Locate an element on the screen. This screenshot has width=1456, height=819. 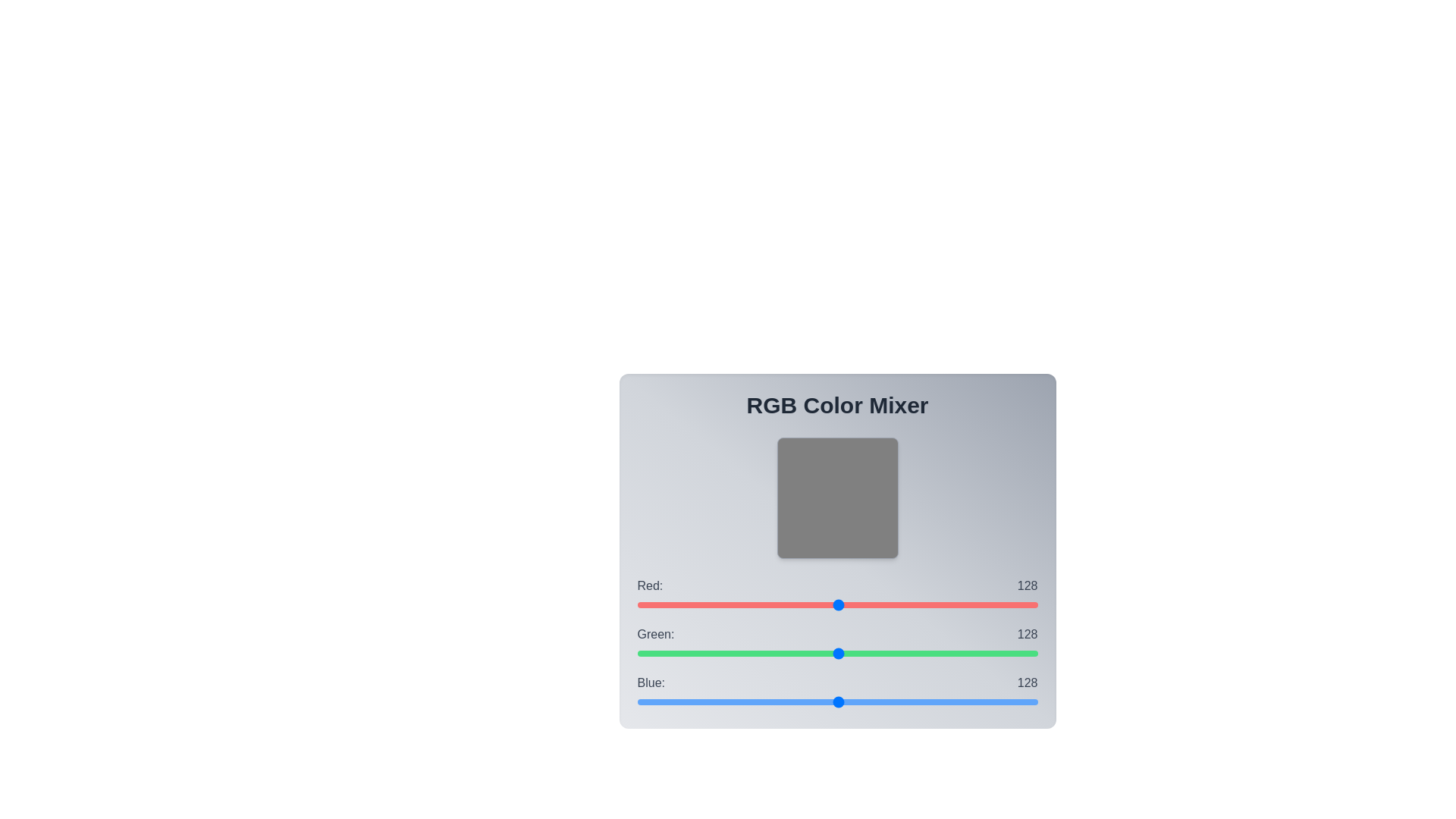
the blue slider to set the blue value to 46 is located at coordinates (708, 701).